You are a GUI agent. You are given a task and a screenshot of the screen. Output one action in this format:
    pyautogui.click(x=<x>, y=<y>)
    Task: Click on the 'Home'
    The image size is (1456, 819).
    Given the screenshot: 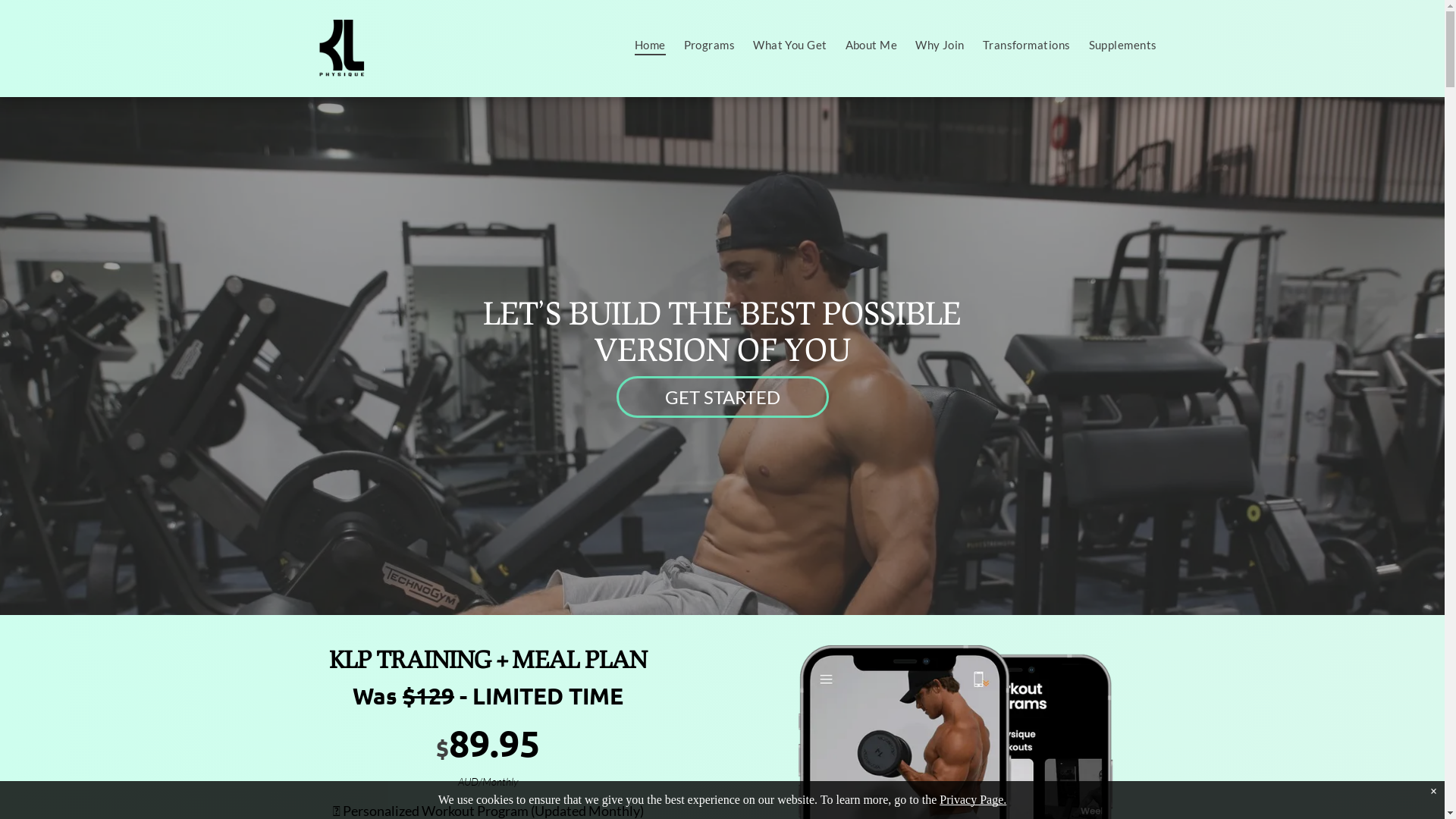 What is the action you would take?
    pyautogui.click(x=650, y=43)
    